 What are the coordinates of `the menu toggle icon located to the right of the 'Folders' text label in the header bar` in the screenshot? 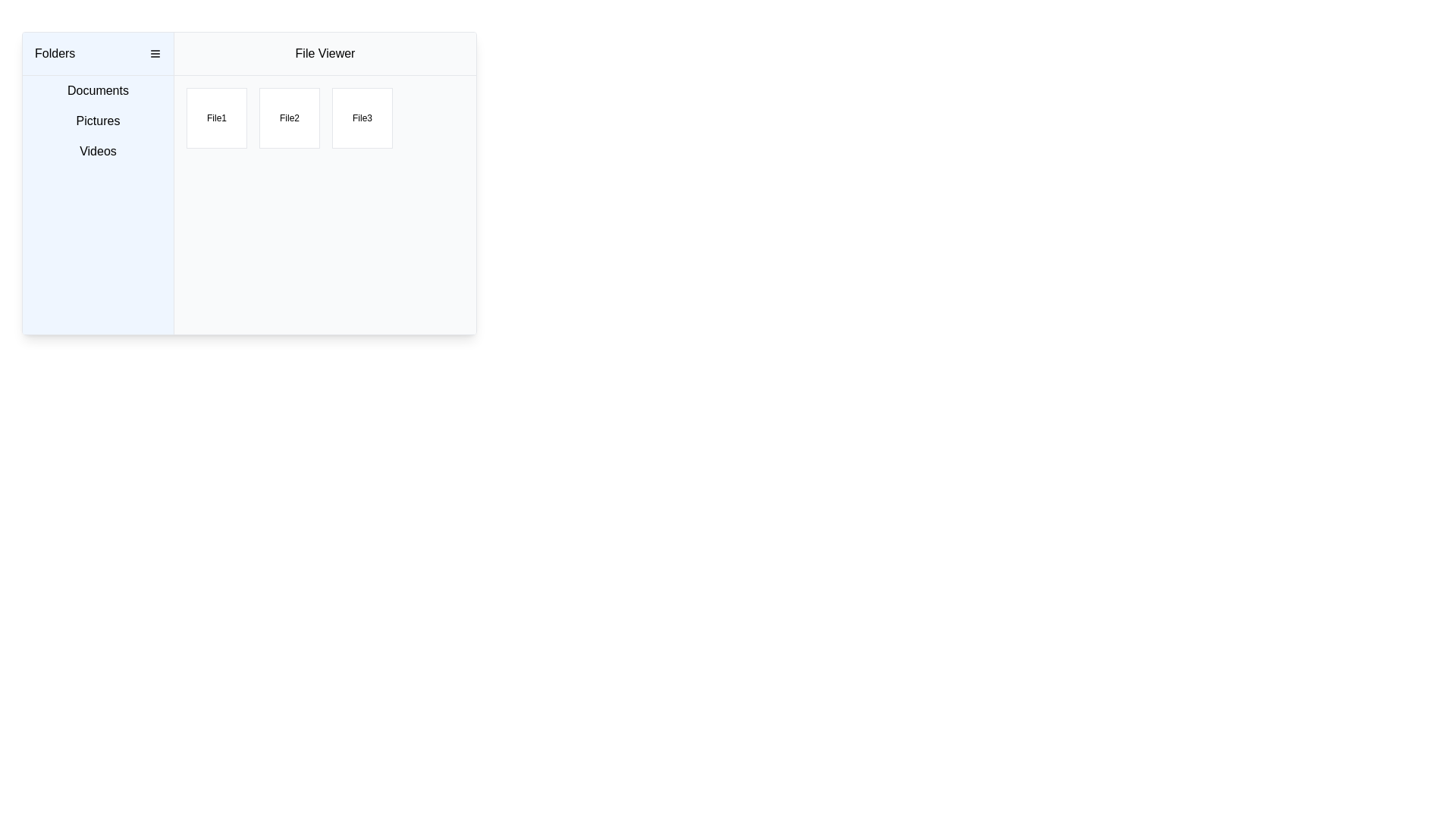 It's located at (155, 52).